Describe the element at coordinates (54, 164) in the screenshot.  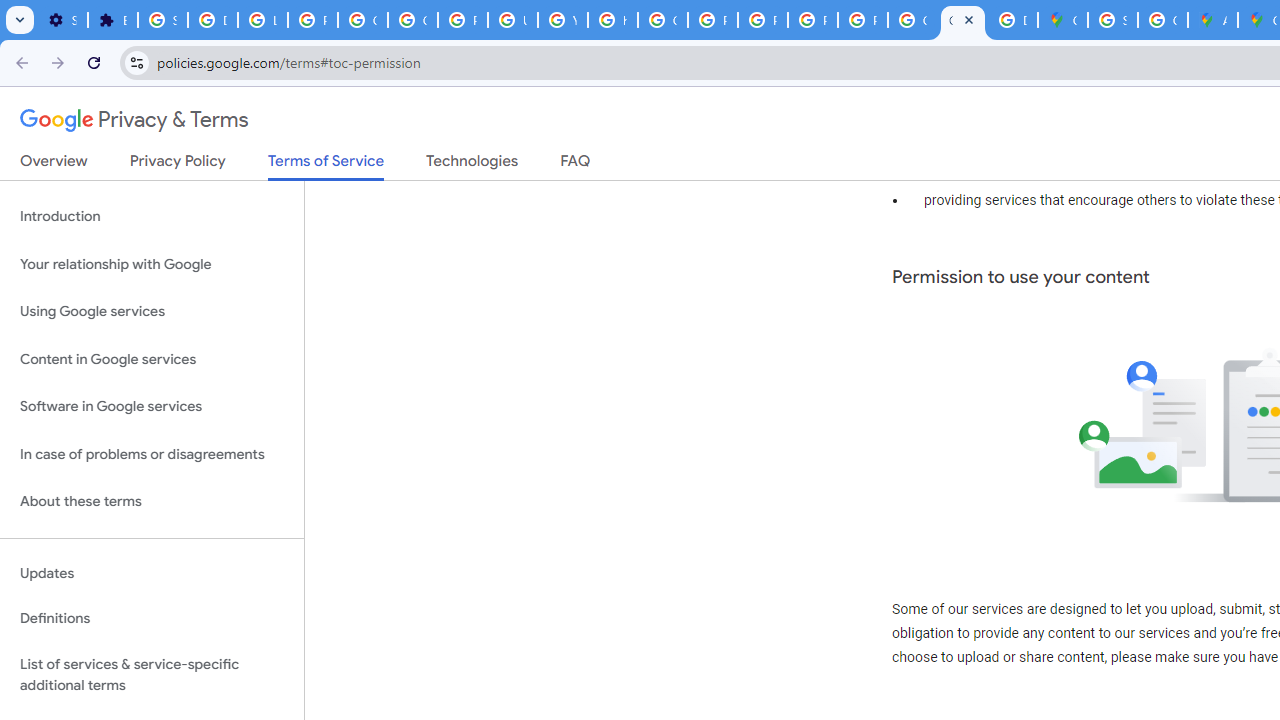
I see `'Overview'` at that location.